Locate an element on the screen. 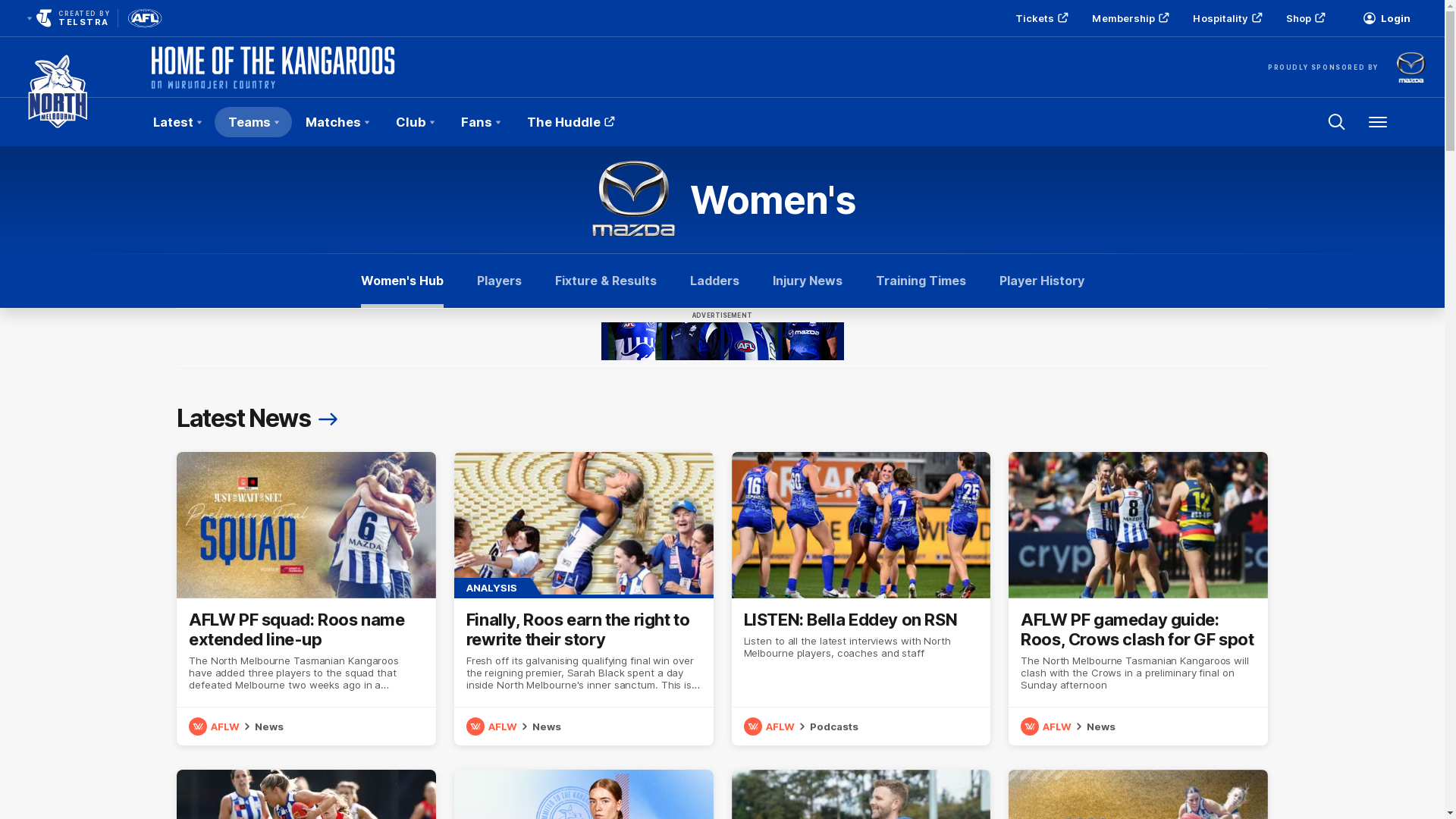 The height and width of the screenshot is (819, 1456). 'Fixture & Results' is located at coordinates (604, 281).